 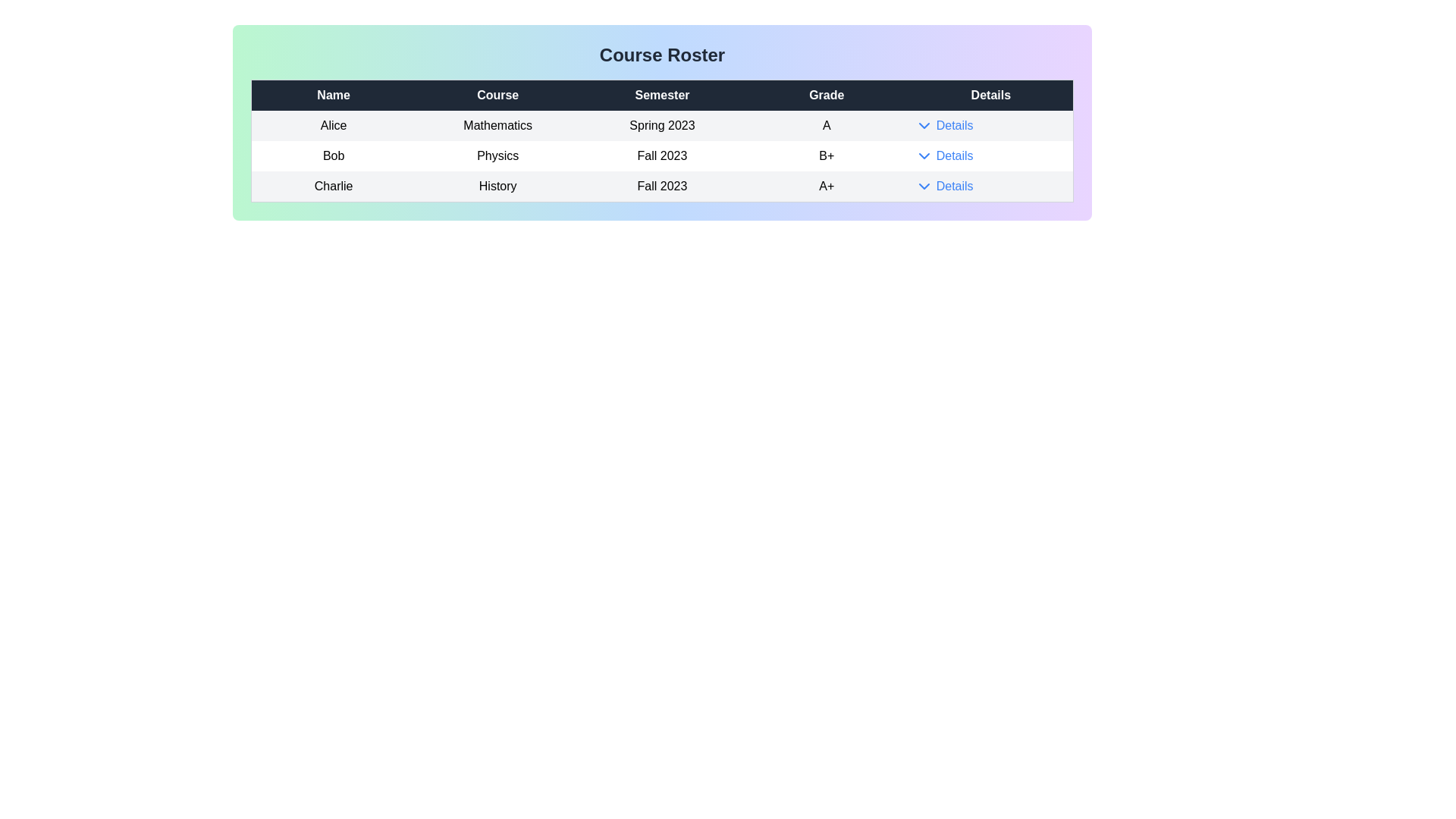 What do you see at coordinates (991, 124) in the screenshot?
I see `the interactive 'Details' link or button in the first row of the course roster table` at bounding box center [991, 124].